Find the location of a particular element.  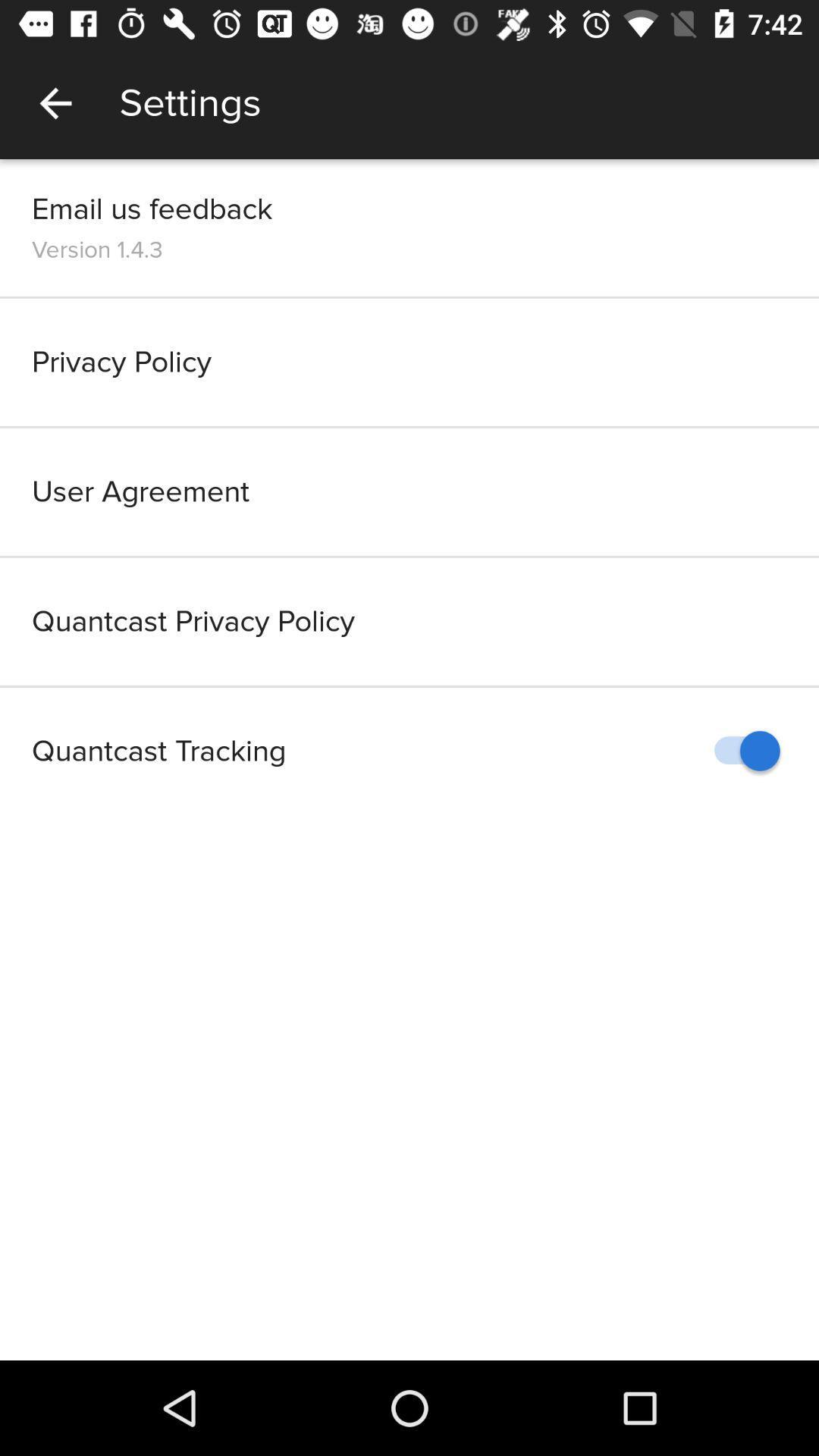

the user agreement item is located at coordinates (409, 491).